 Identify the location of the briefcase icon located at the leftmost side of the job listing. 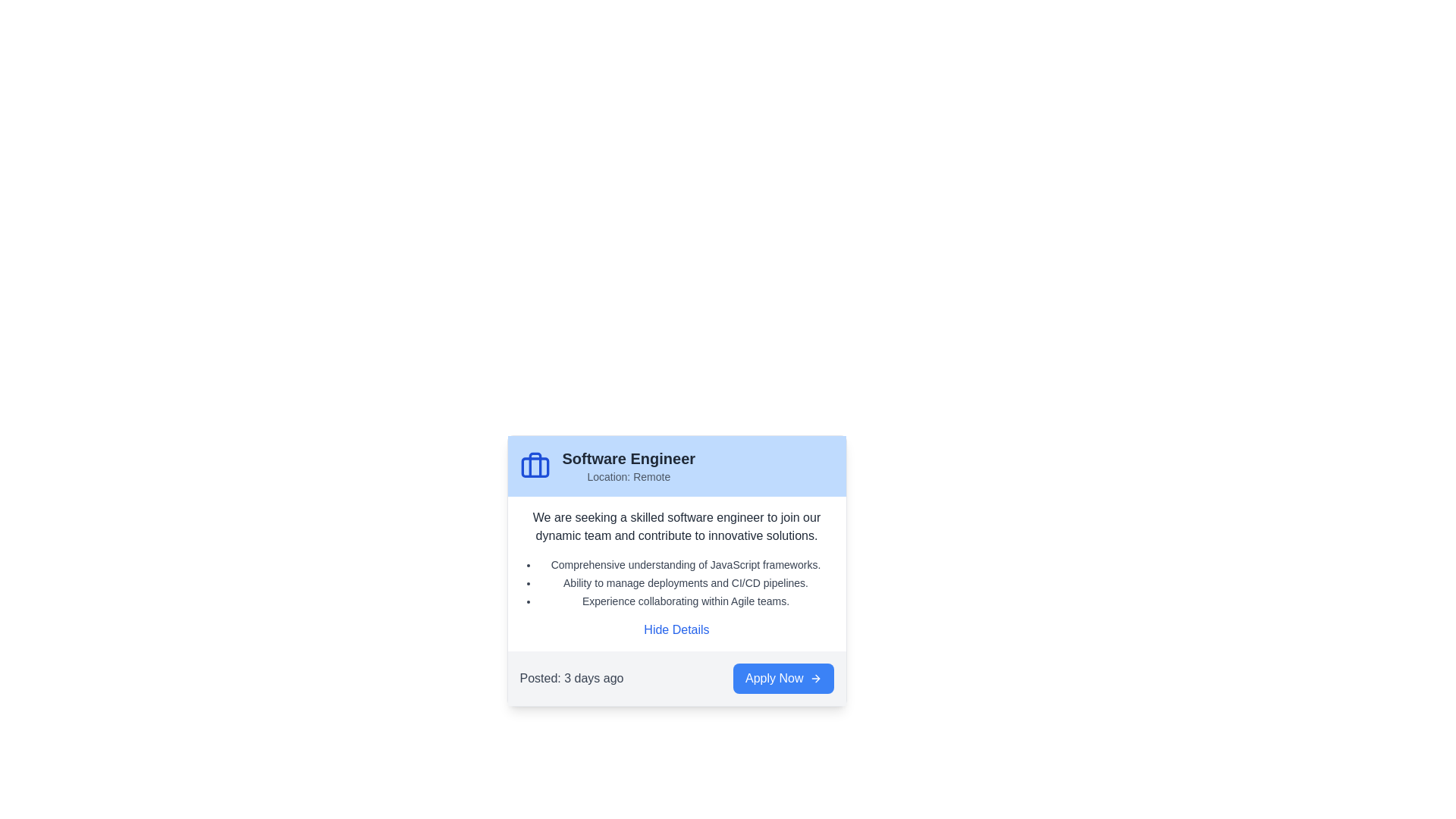
(535, 465).